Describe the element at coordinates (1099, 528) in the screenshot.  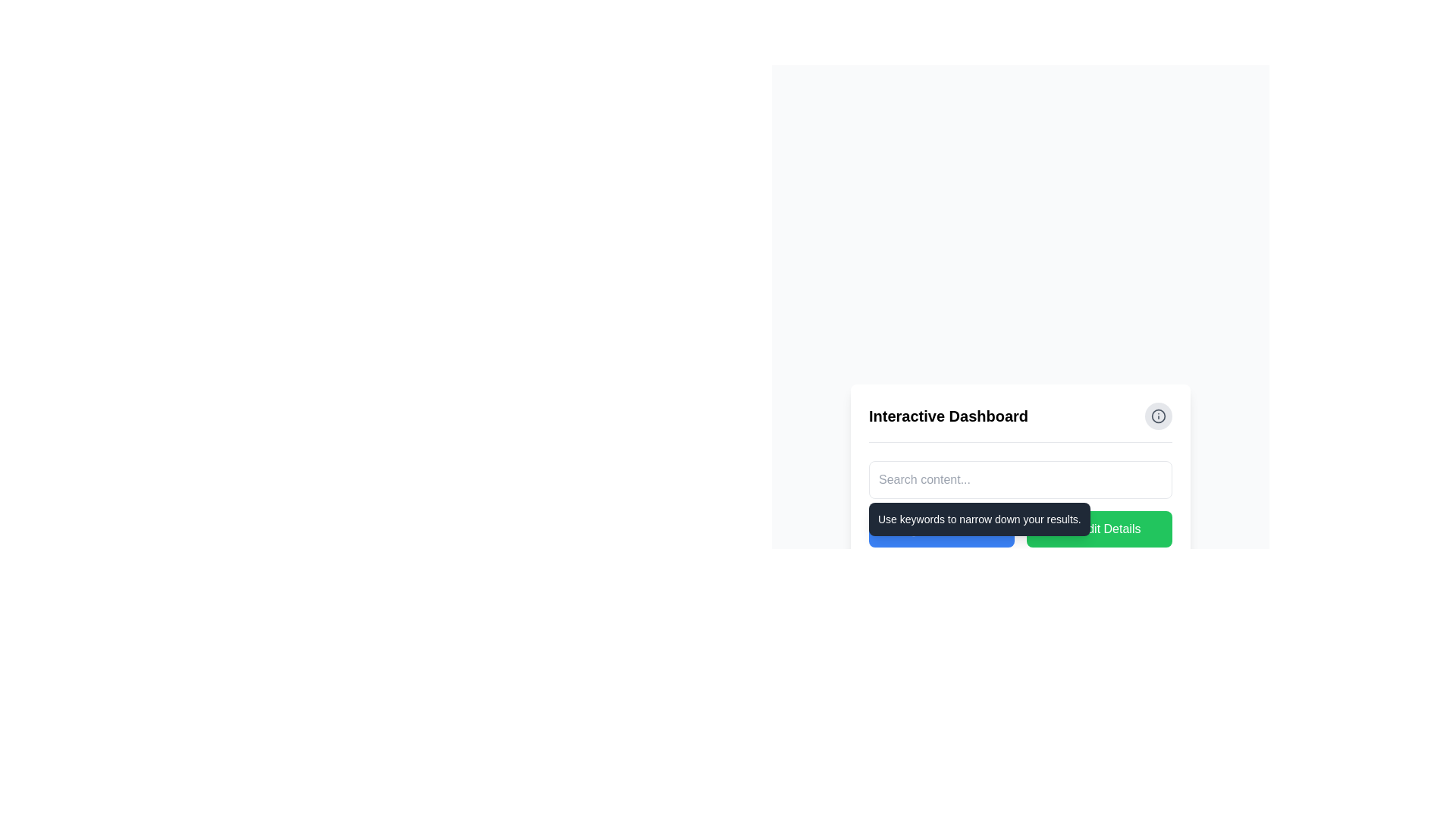
I see `the green button labeled 'Edit Details' with a pen icon` at that location.